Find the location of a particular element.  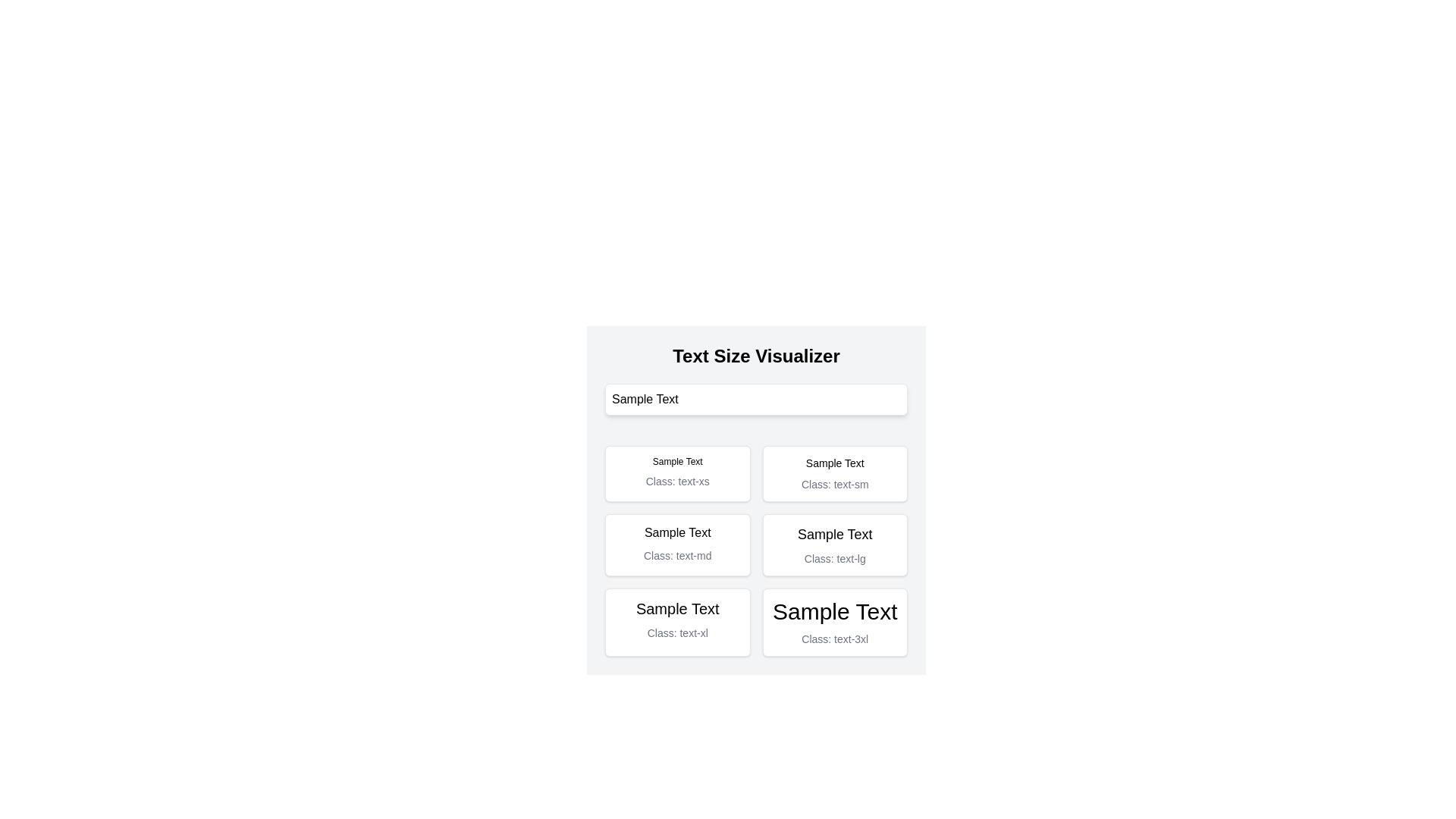

the text label indicating the text size class 'text-xl' located below 'Sample Text' in the bottom-left card of the 2x3 grid is located at coordinates (676, 632).